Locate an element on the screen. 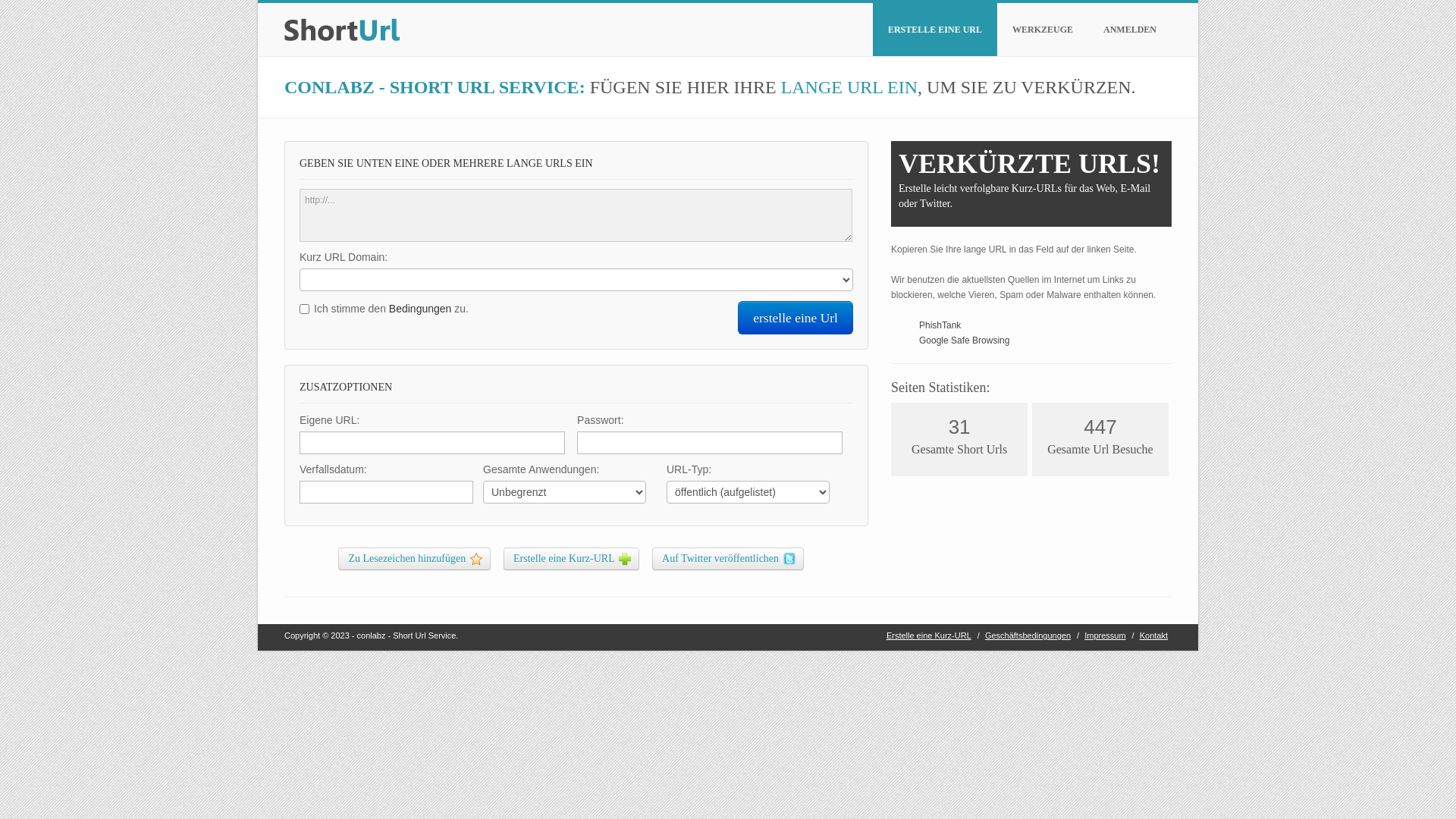 The image size is (1456, 819). 'Google Safe Browsing' is located at coordinates (963, 339).